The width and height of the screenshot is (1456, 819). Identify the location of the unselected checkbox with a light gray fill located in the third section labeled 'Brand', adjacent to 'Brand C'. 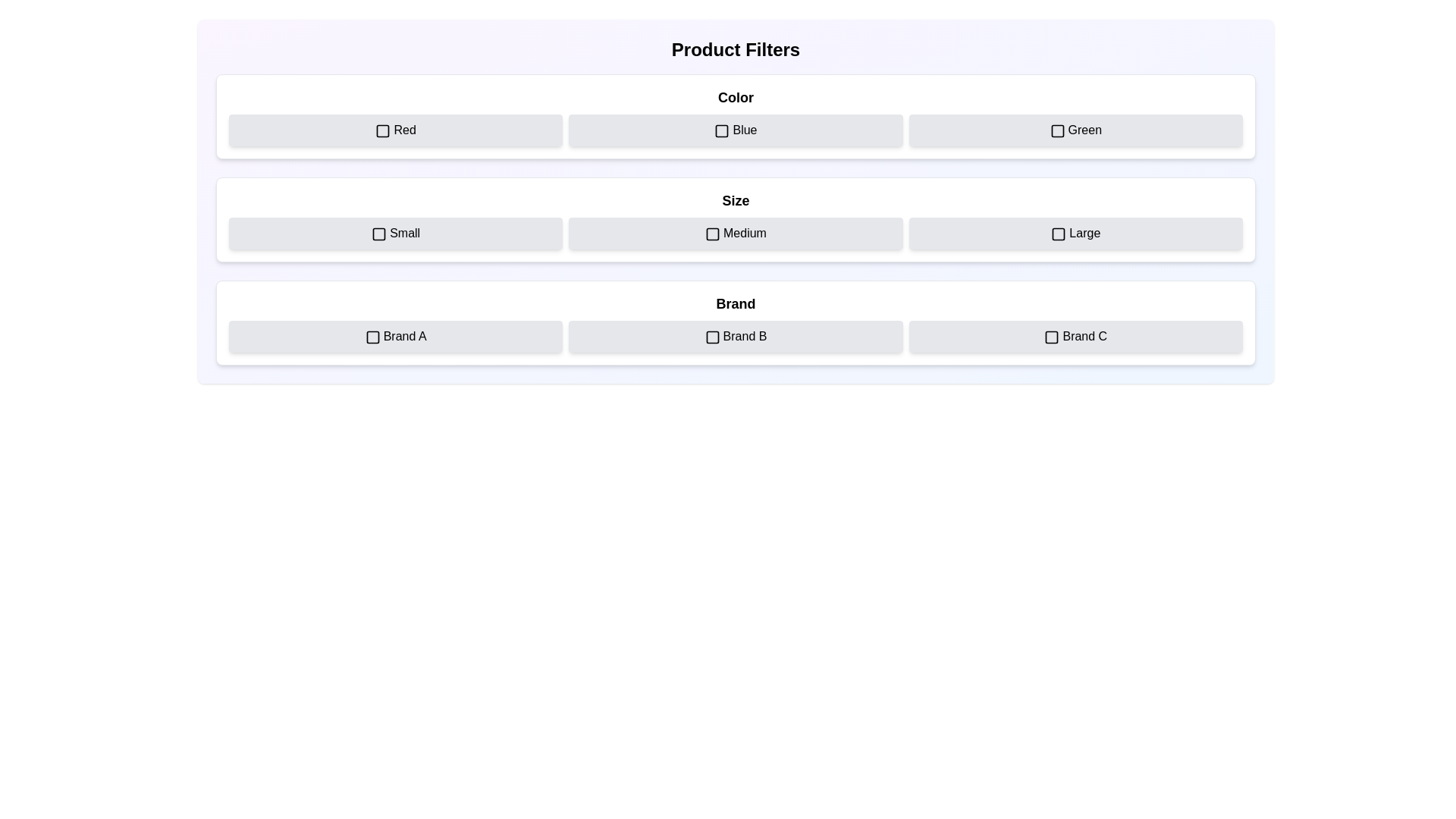
(1051, 336).